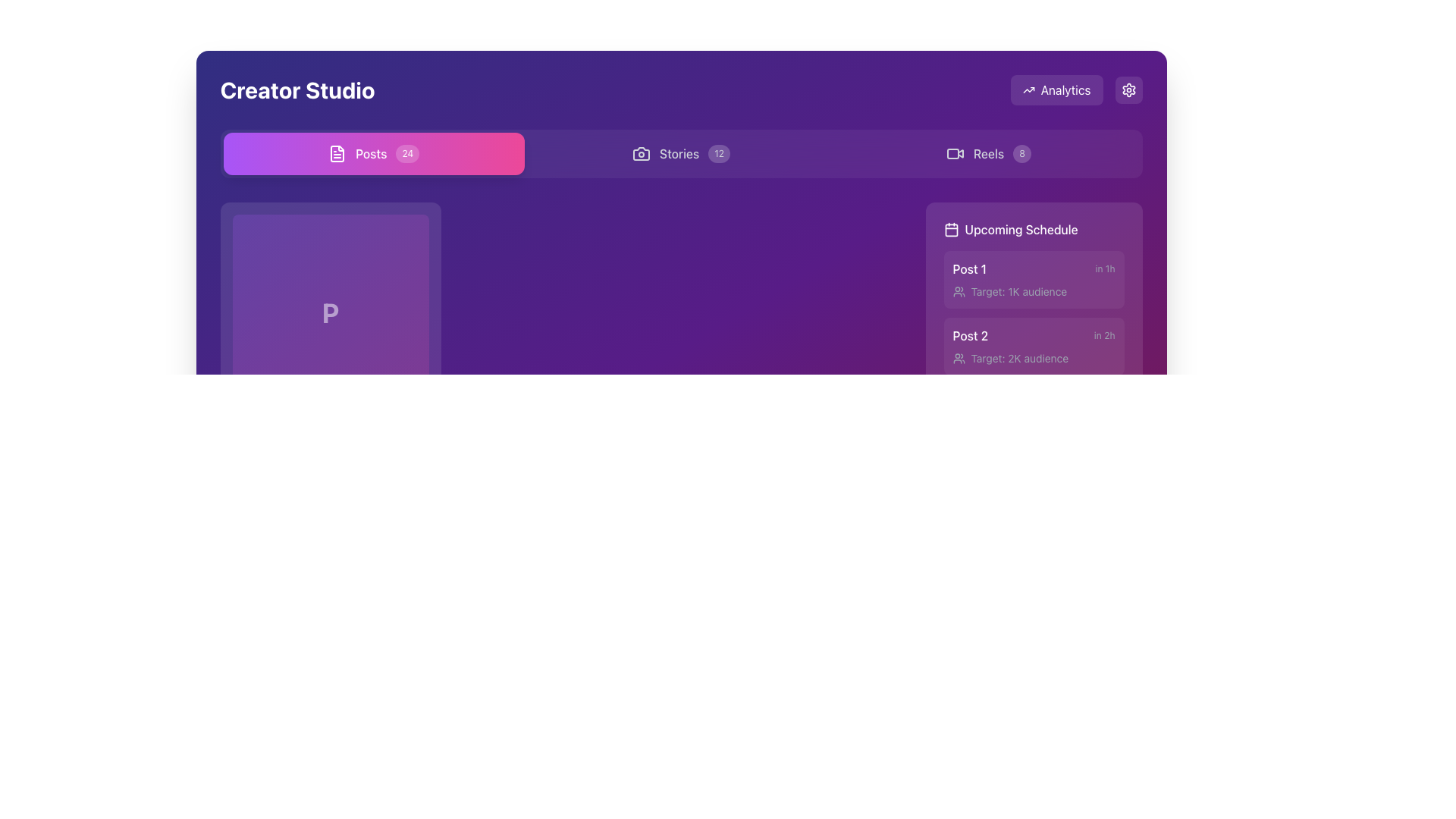 The height and width of the screenshot is (819, 1456). What do you see at coordinates (297, 90) in the screenshot?
I see `the 'Creator Studio' text label, which is a bold, large white heading located at the top-left corner of the interface against a dark purple background` at bounding box center [297, 90].